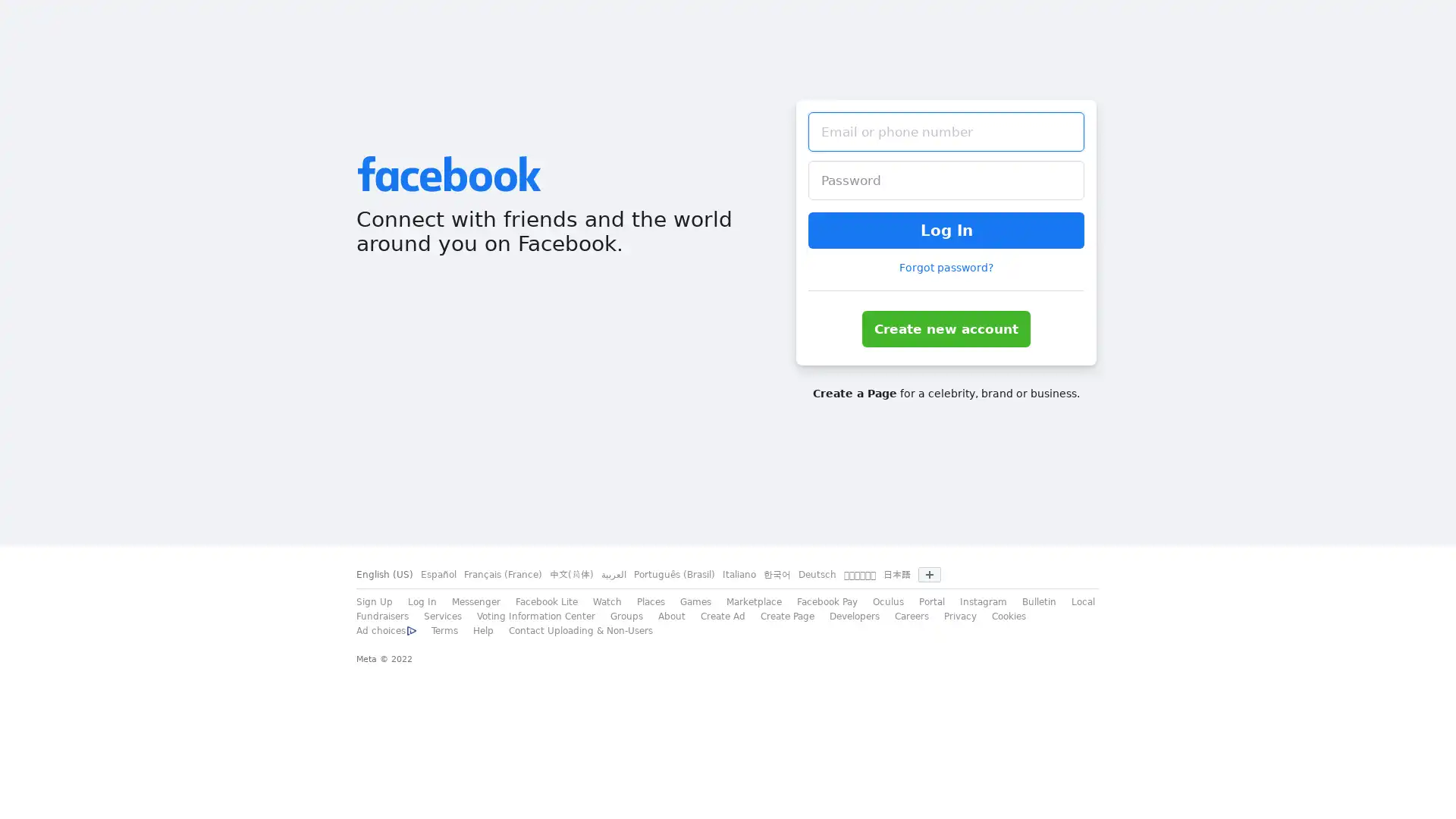 The height and width of the screenshot is (819, 1456). What do you see at coordinates (946, 231) in the screenshot?
I see `Log In` at bounding box center [946, 231].